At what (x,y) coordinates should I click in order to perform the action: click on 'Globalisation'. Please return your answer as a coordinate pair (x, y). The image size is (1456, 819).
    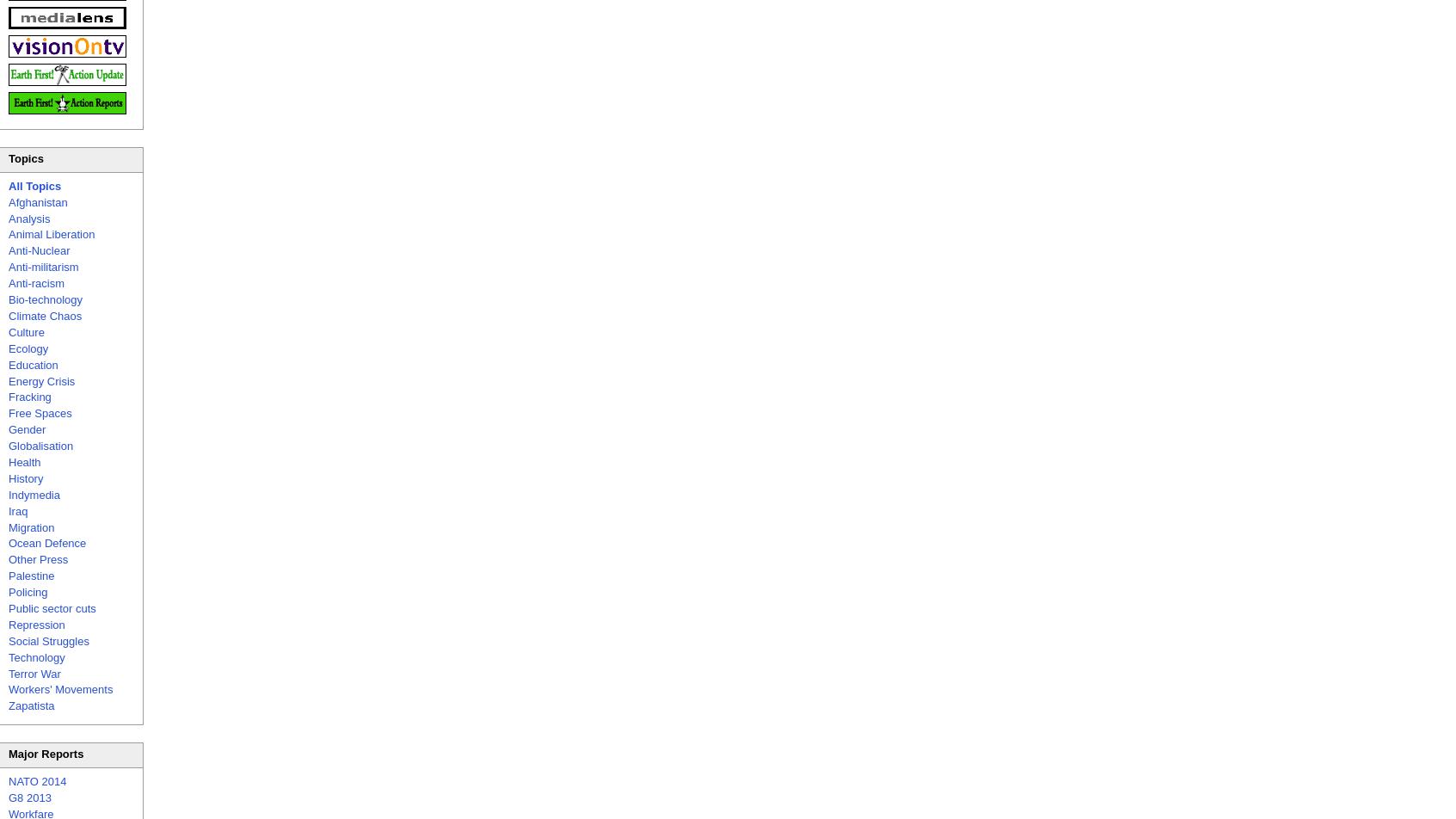
    Looking at the image, I should click on (40, 446).